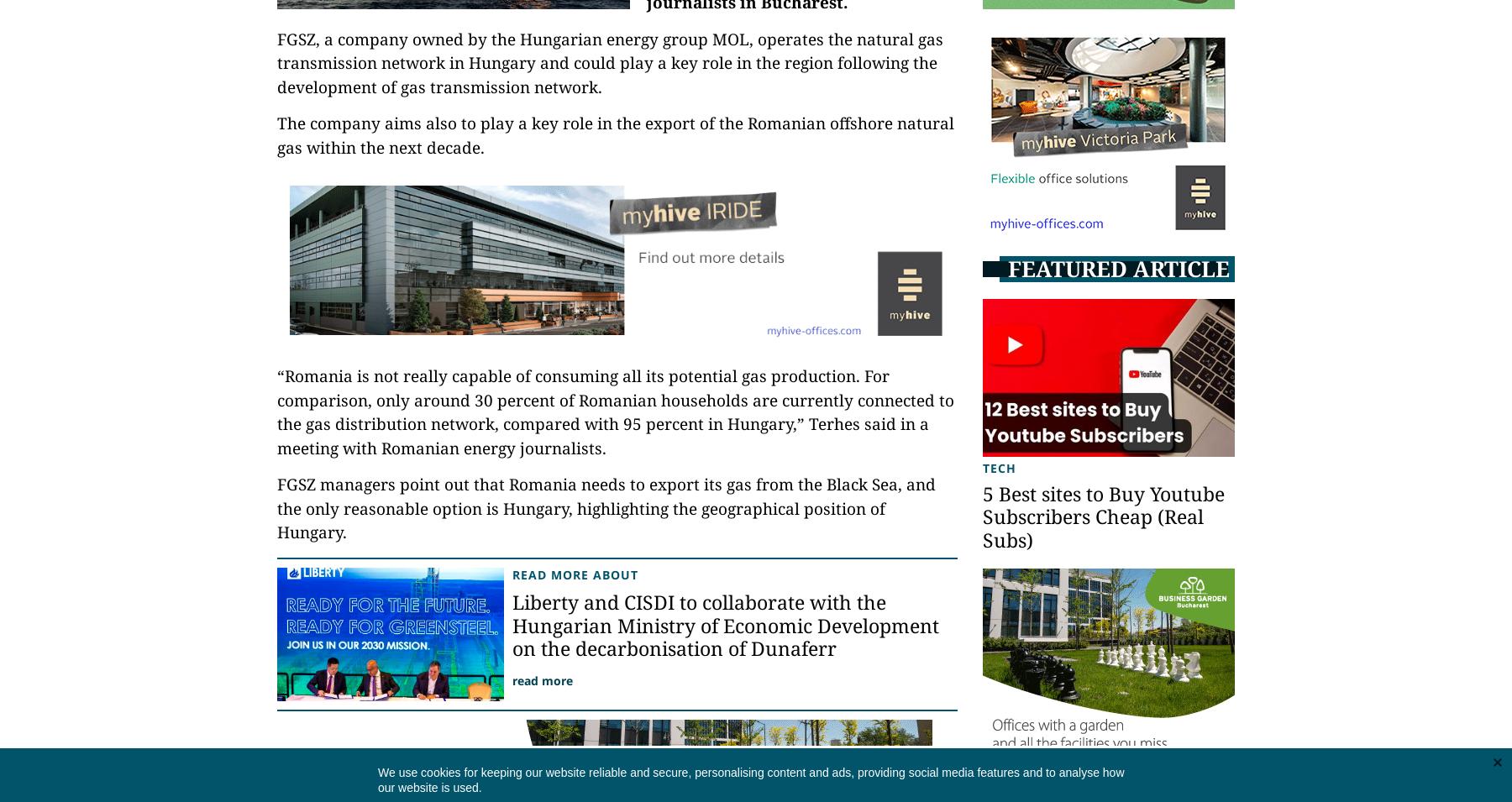 Image resolution: width=1512 pixels, height=802 pixels. Describe the element at coordinates (724, 624) in the screenshot. I see `'Liberty and CISDI to collaborate with the Hungarian Ministry of Economic Development on the decarbonisation of Dunaferr'` at that location.